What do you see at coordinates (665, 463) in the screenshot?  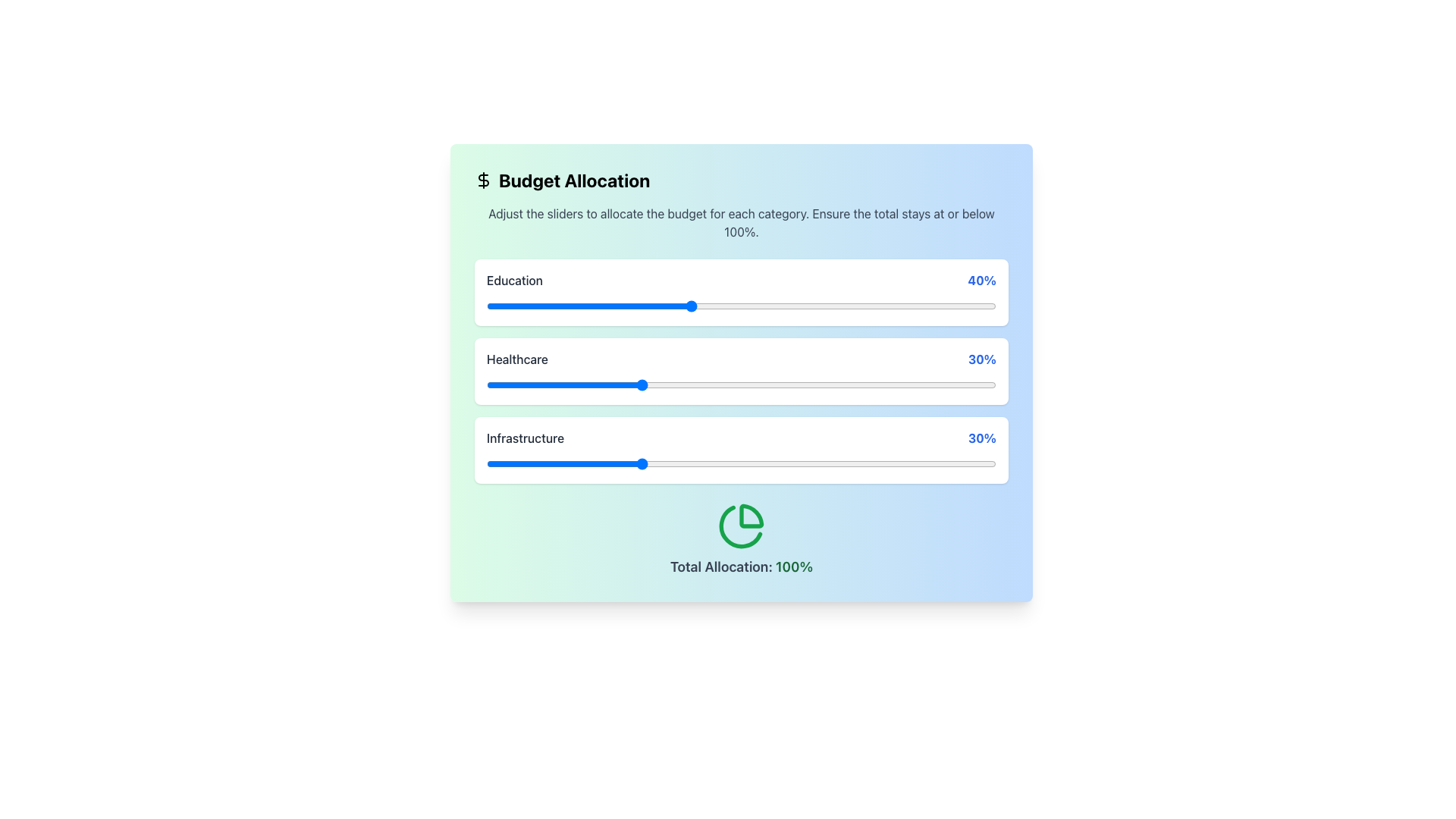 I see `the infrastructure budget slider` at bounding box center [665, 463].